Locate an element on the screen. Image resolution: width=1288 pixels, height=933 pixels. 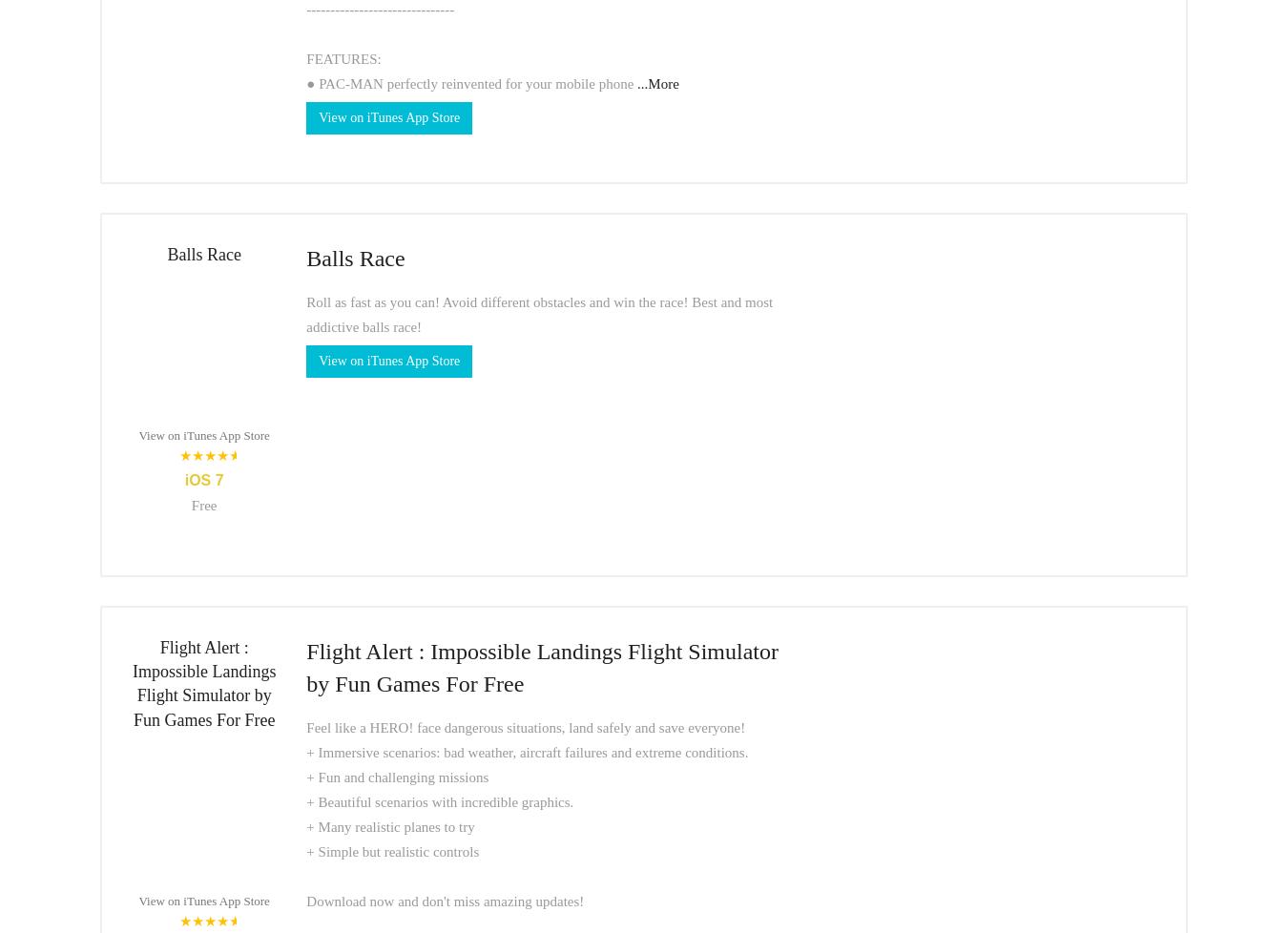
'+ Beautiful scenarios with incredible graphics.' is located at coordinates (439, 800).